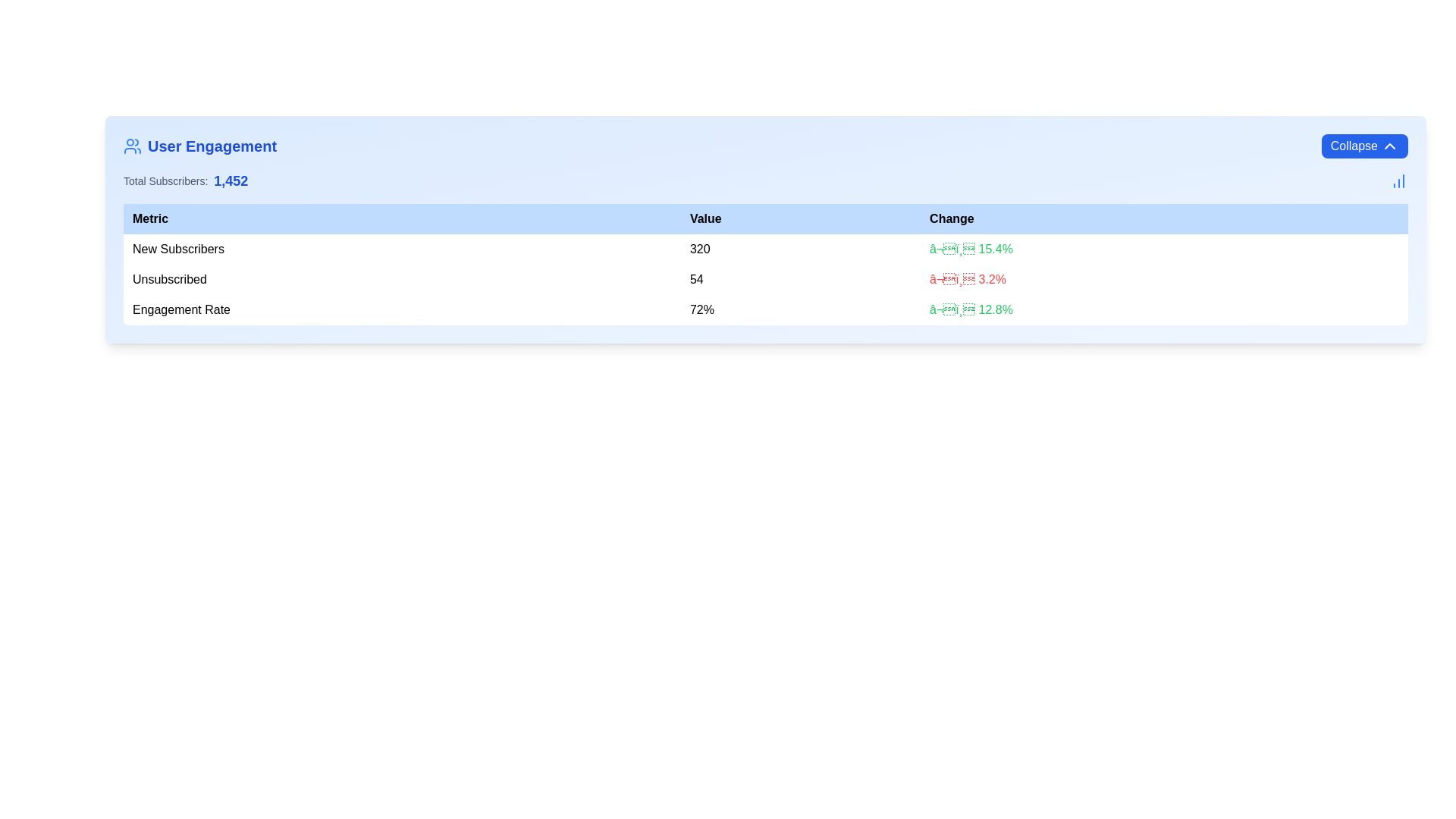  What do you see at coordinates (132, 146) in the screenshot?
I see `the decorative icon representing 'User Engagement' located at the leftmost side of the 'User Engagement' section, before the text title` at bounding box center [132, 146].